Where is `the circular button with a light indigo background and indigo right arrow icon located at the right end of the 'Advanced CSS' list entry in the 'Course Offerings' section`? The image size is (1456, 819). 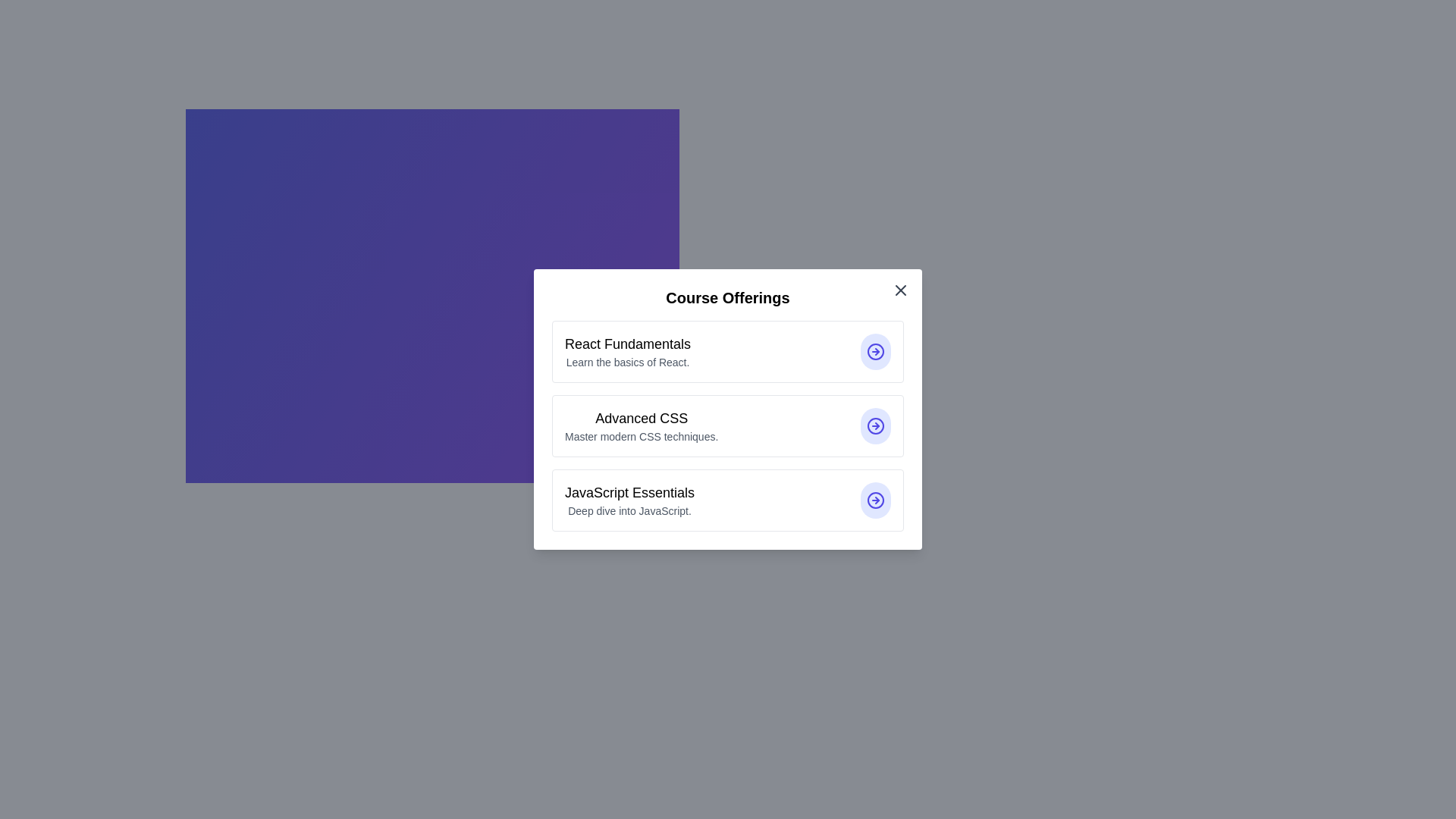
the circular button with a light indigo background and indigo right arrow icon located at the right end of the 'Advanced CSS' list entry in the 'Course Offerings' section is located at coordinates (876, 426).